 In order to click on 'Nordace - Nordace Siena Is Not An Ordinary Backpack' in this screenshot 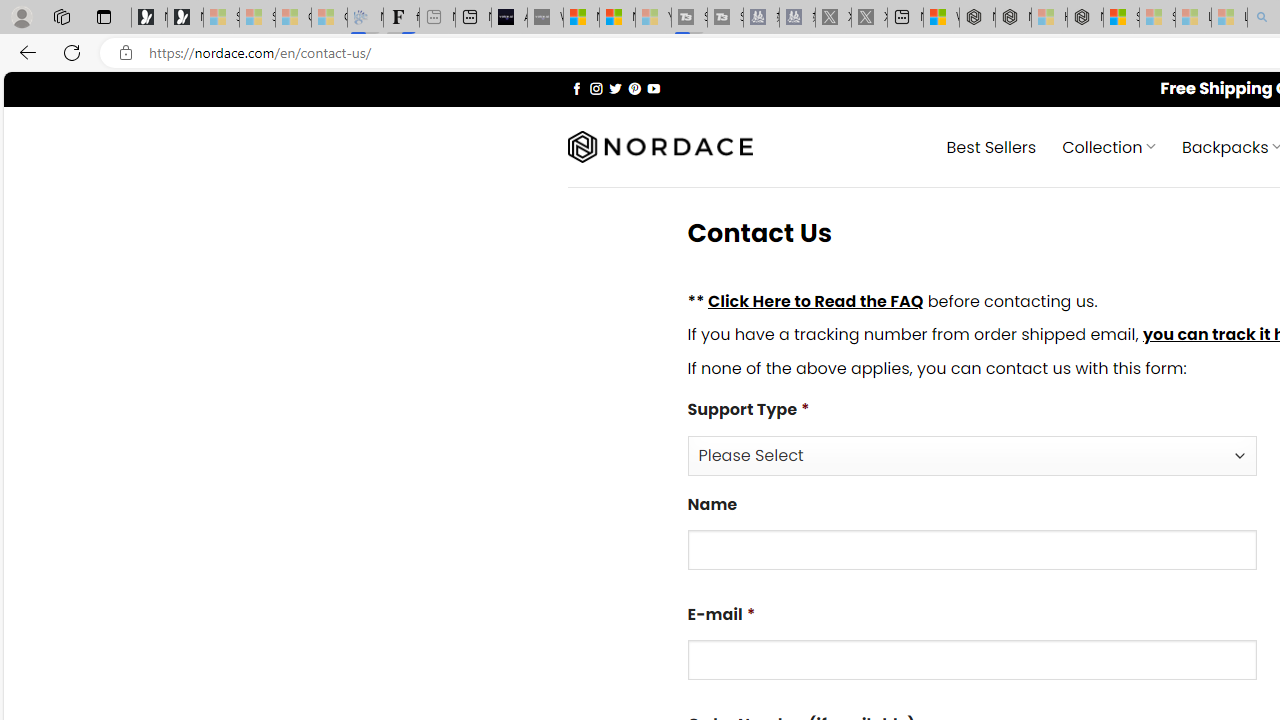, I will do `click(1084, 17)`.